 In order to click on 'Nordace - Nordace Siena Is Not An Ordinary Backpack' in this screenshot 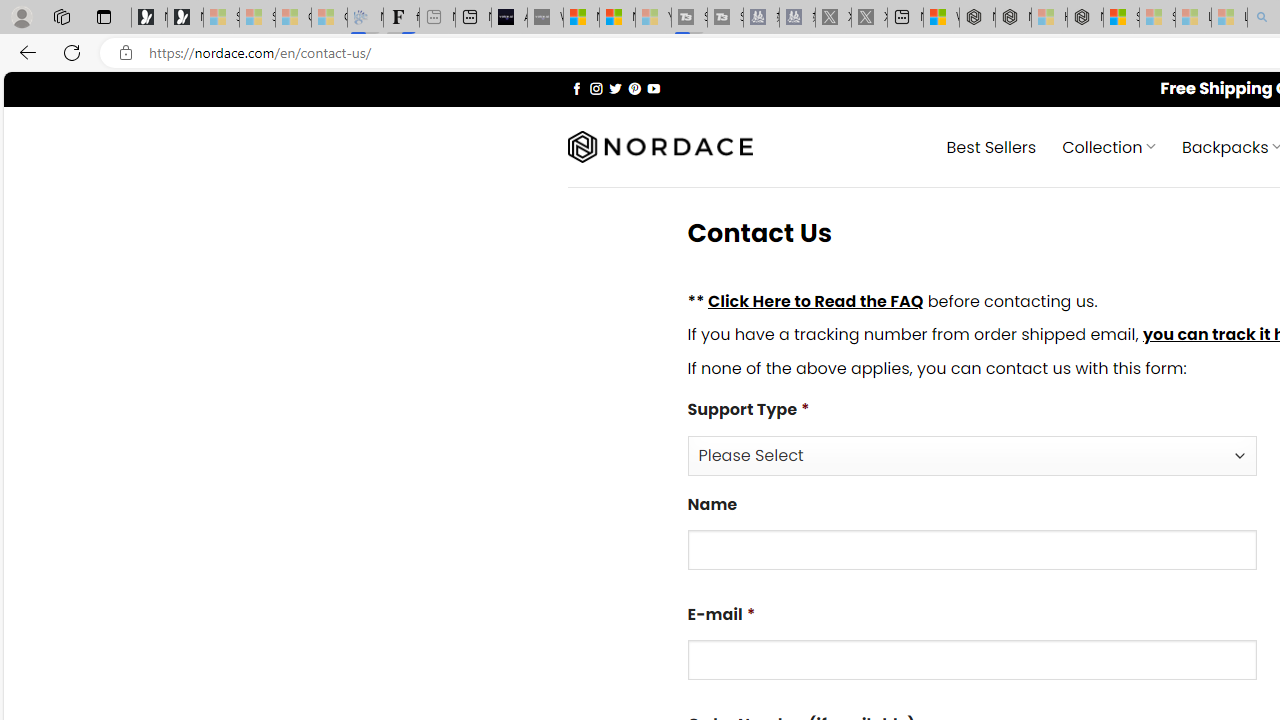, I will do `click(1084, 17)`.